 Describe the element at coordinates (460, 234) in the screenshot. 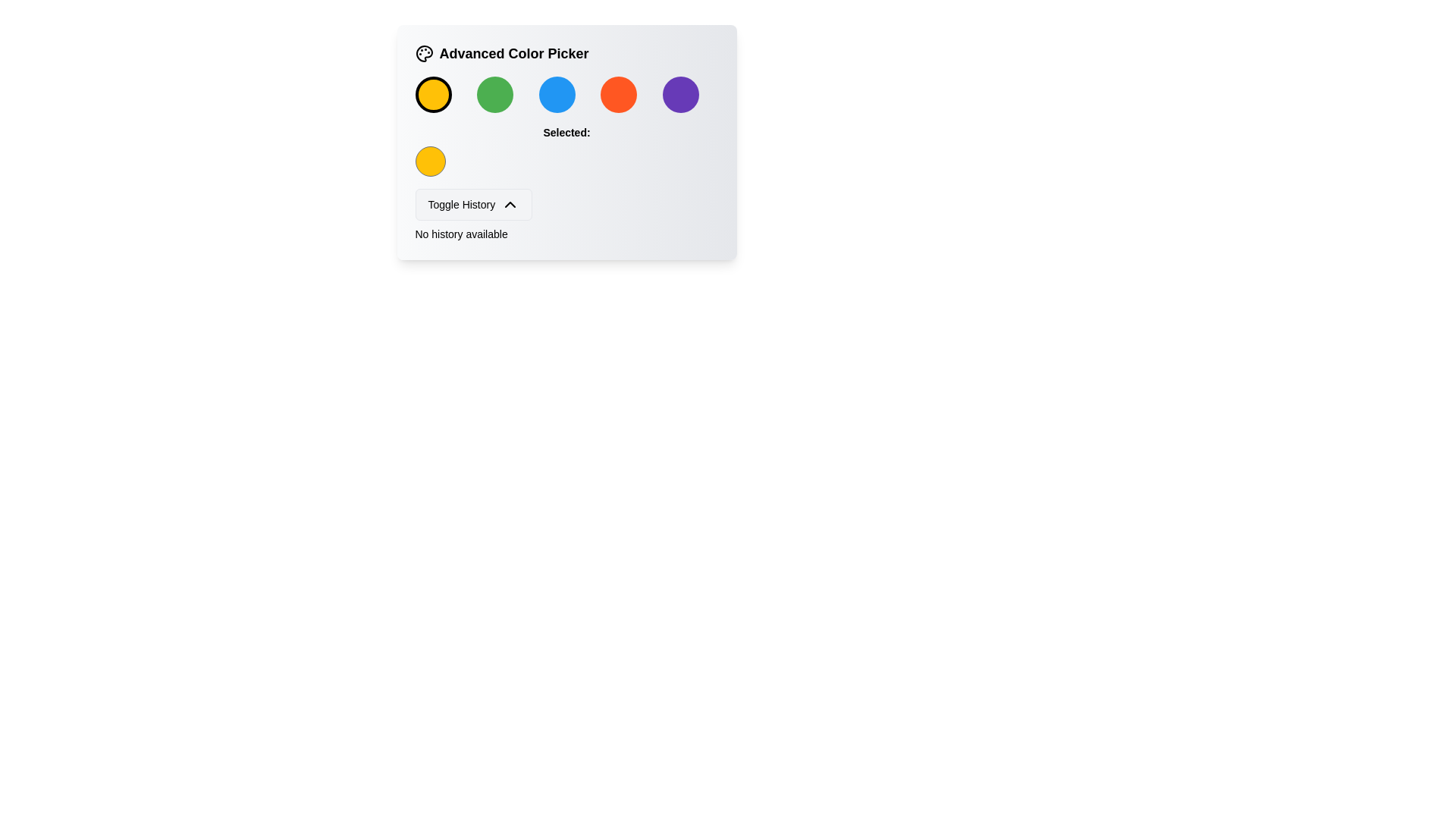

I see `the static text label that reads 'No history available', which indicates the unavailability of history in the interface` at that location.